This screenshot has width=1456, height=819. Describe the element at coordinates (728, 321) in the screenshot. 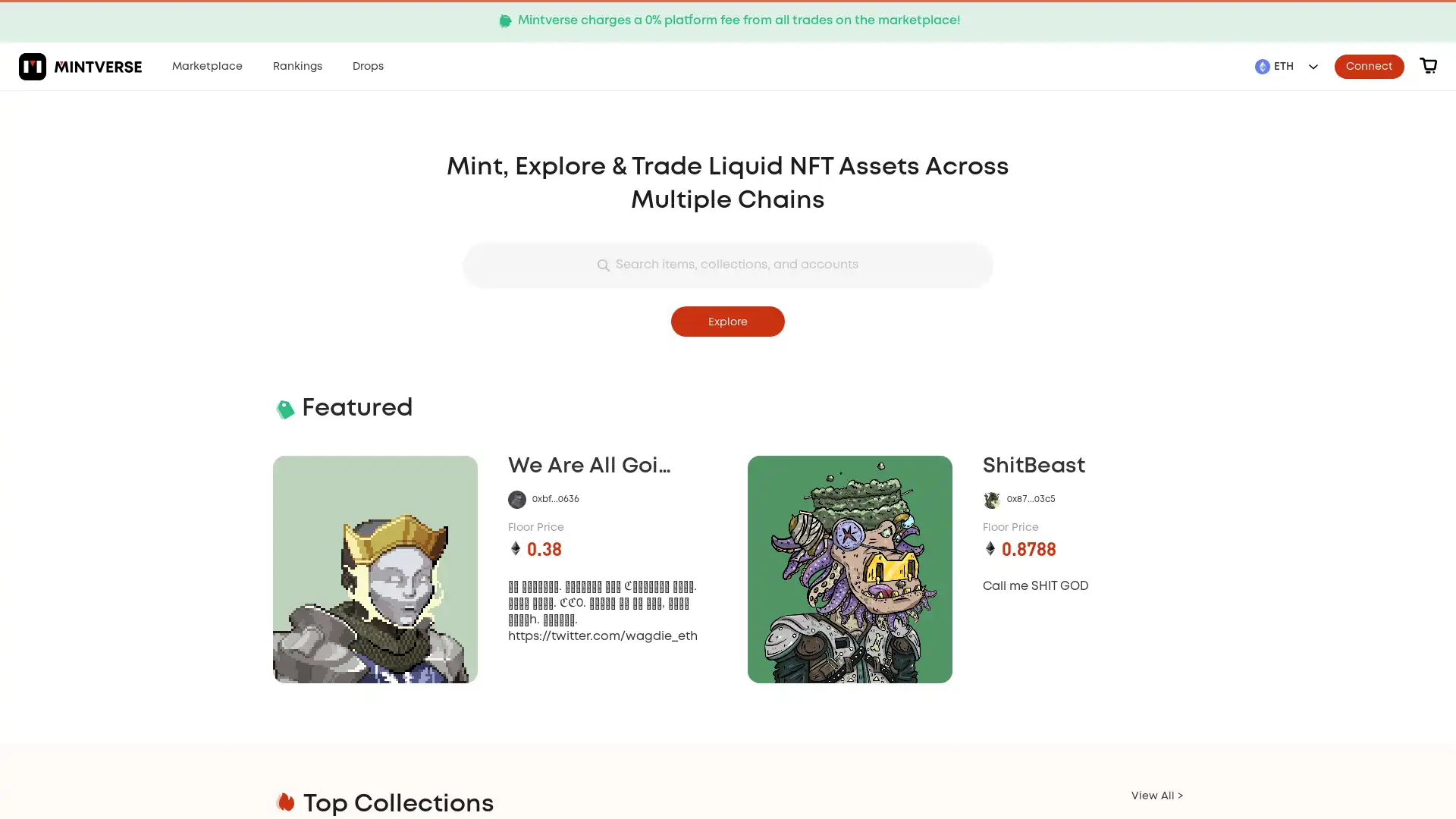

I see `Explore` at that location.